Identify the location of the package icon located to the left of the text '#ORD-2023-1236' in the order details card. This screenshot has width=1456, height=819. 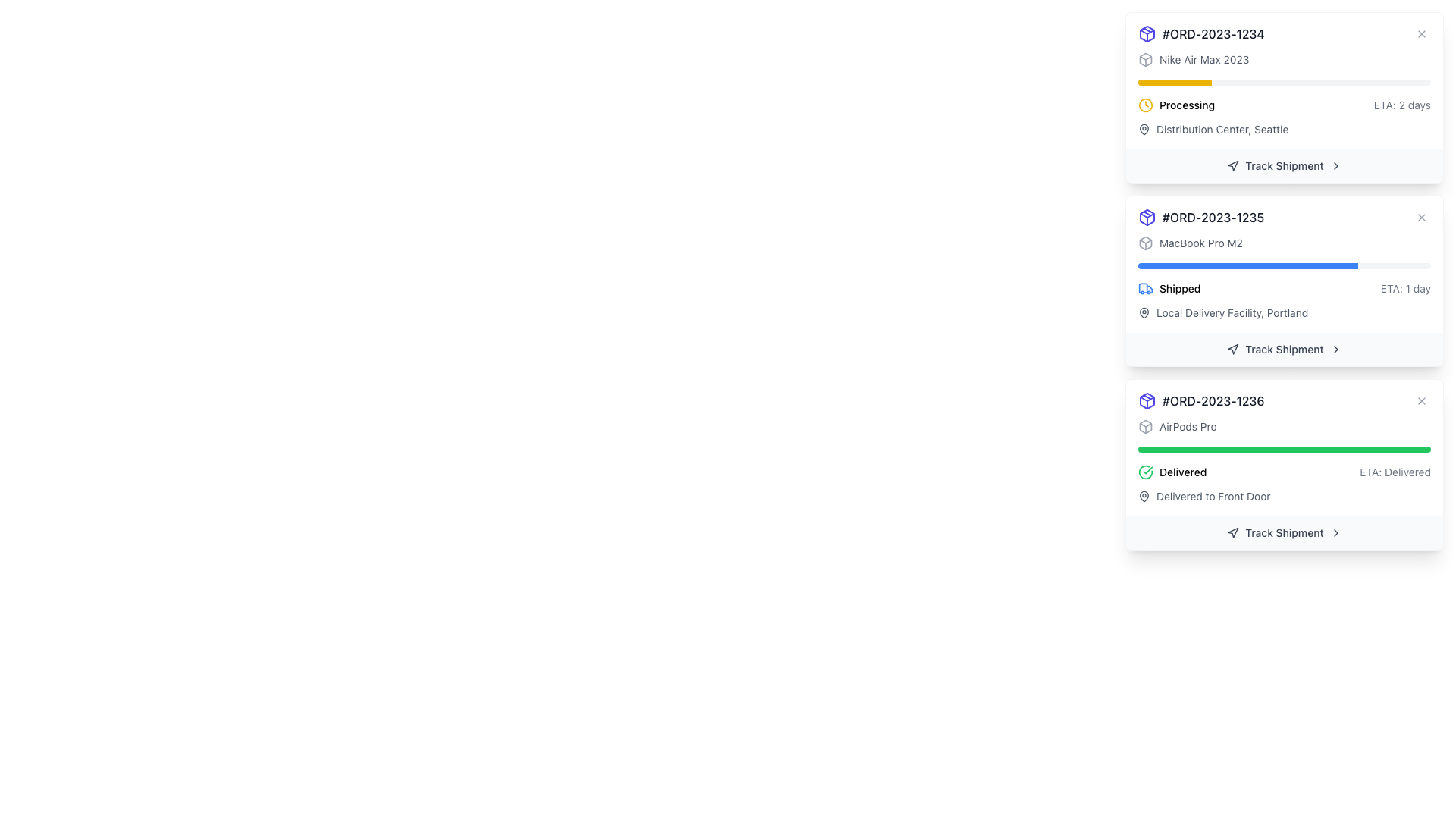
(1147, 400).